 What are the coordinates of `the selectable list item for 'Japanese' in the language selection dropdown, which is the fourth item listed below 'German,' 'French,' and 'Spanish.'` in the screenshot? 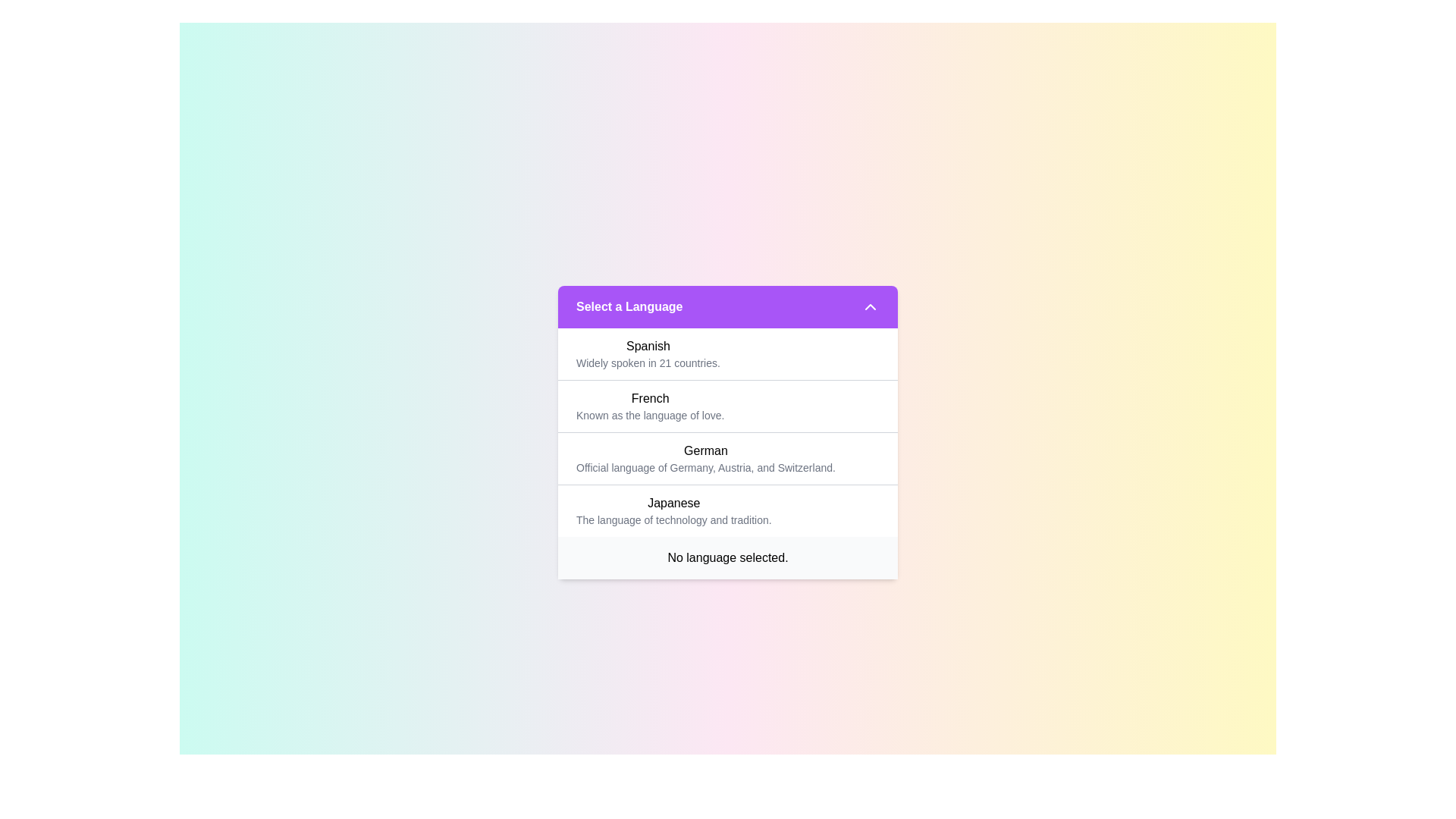 It's located at (728, 510).